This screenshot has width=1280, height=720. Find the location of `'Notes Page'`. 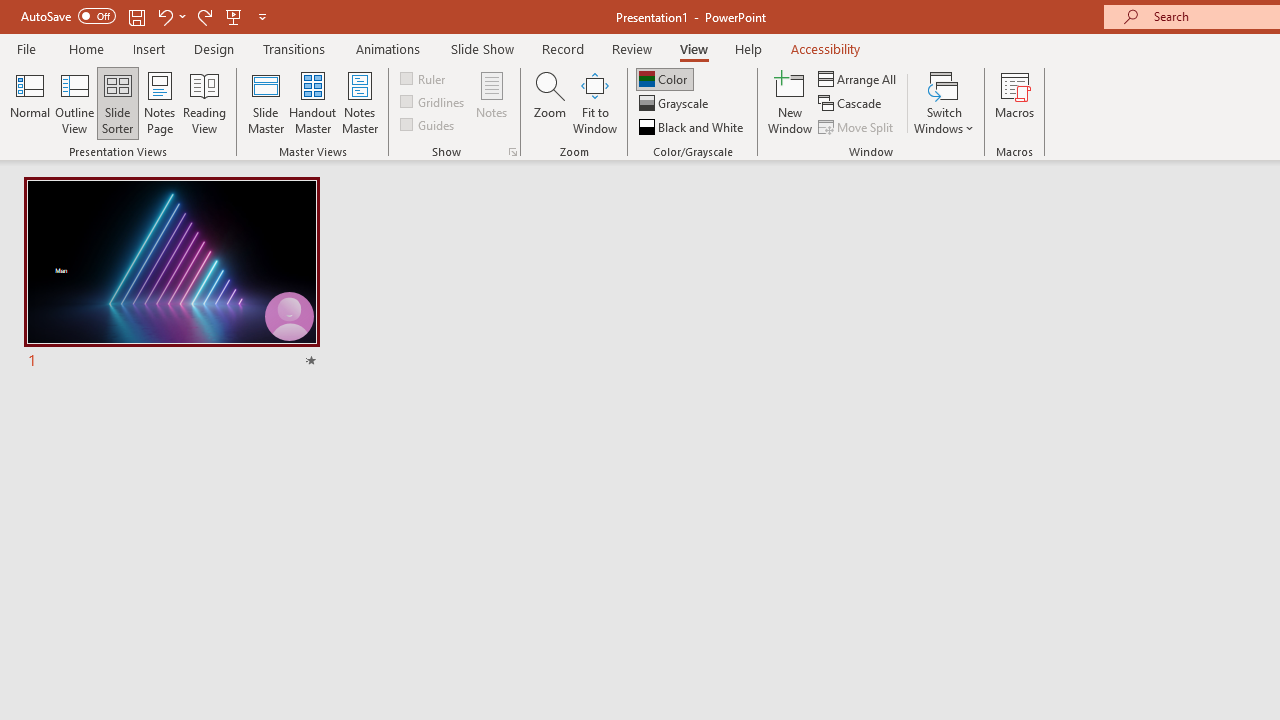

'Notes Page' is located at coordinates (160, 103).